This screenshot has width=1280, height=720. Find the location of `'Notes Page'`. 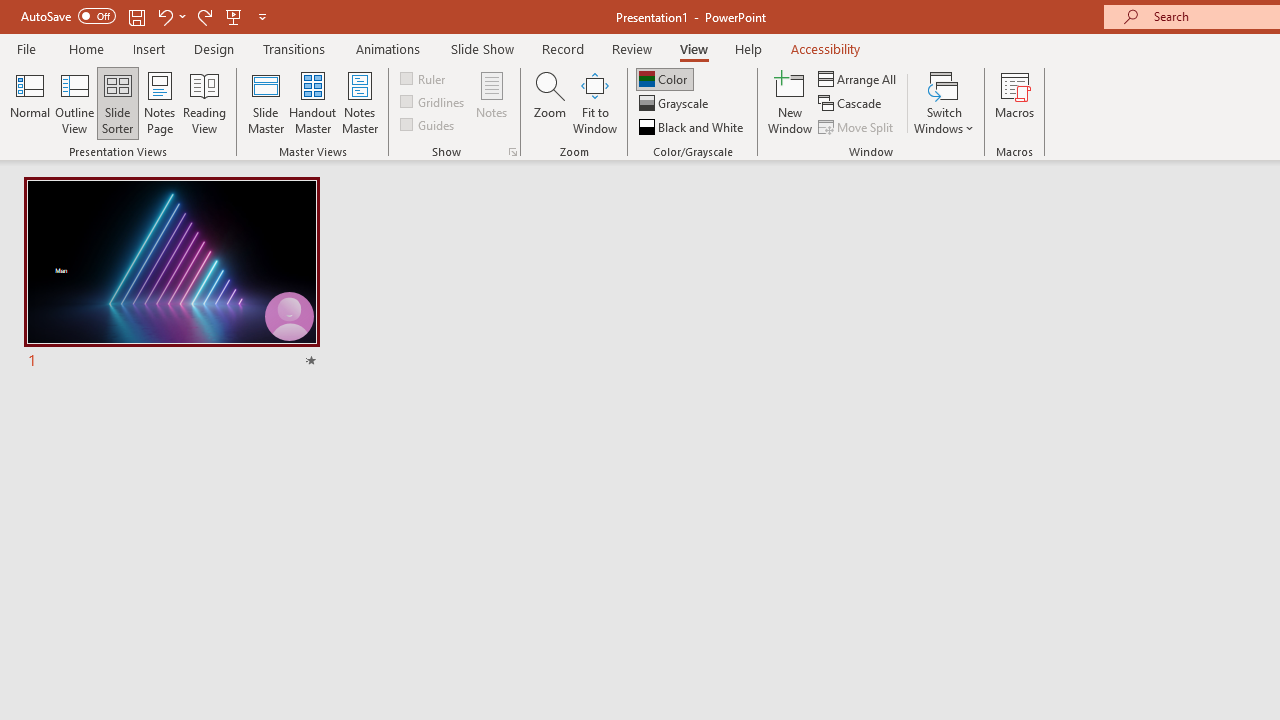

'Notes Page' is located at coordinates (160, 103).